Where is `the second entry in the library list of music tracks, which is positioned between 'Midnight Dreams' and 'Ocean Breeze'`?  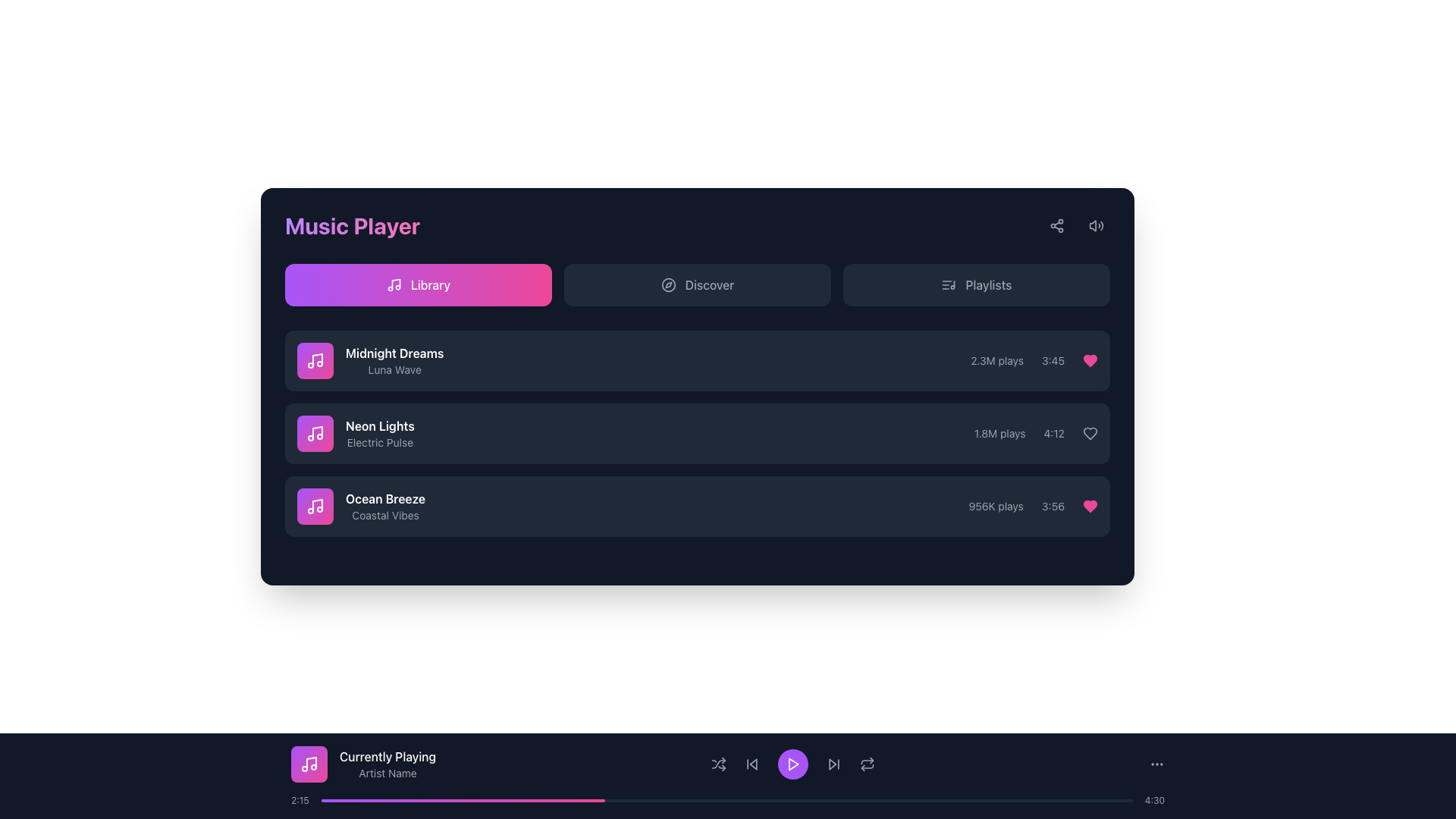 the second entry in the library list of music tracks, which is positioned between 'Midnight Dreams' and 'Ocean Breeze' is located at coordinates (697, 433).